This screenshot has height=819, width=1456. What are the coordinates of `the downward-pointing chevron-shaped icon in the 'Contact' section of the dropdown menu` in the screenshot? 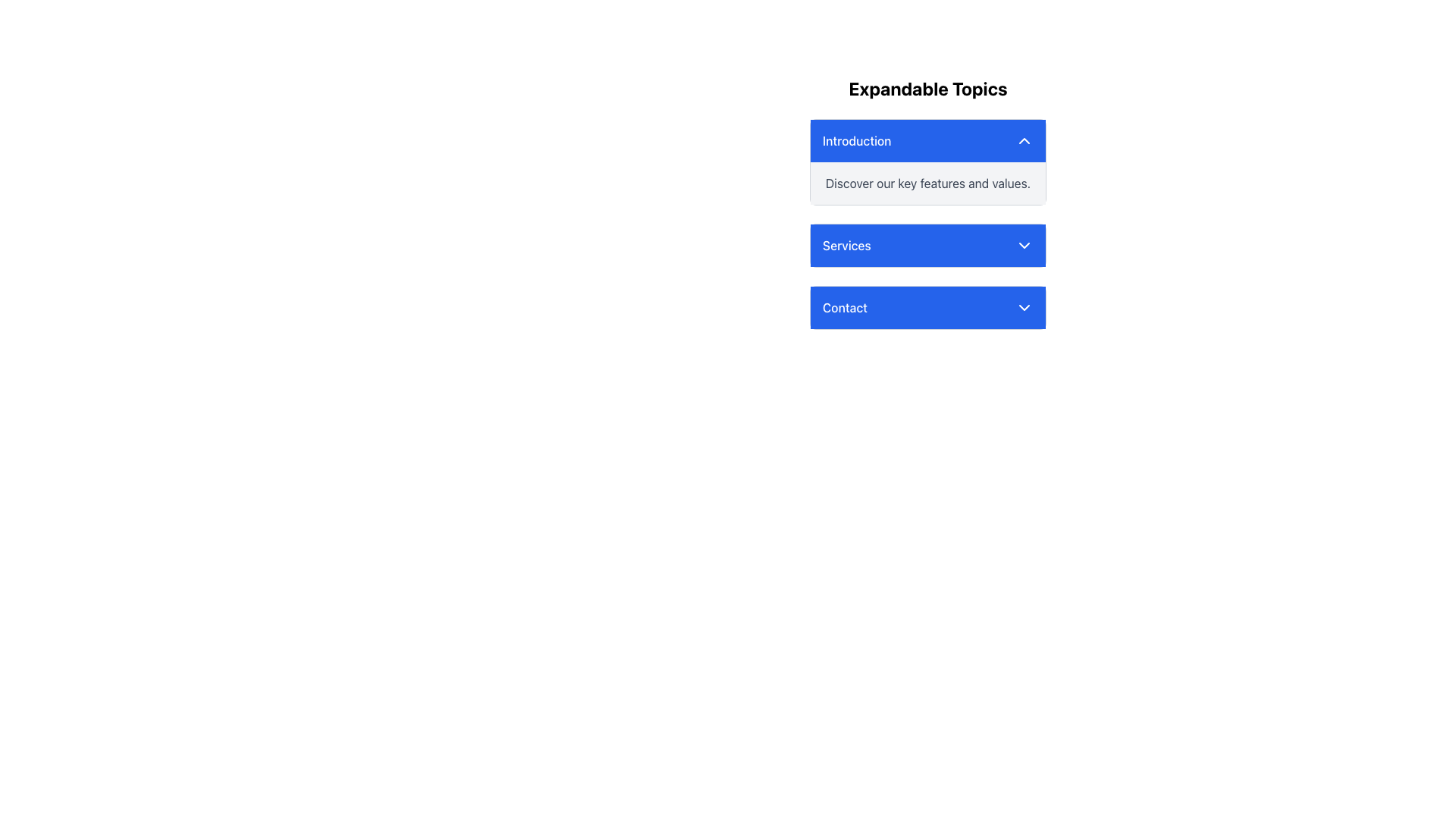 It's located at (1024, 307).